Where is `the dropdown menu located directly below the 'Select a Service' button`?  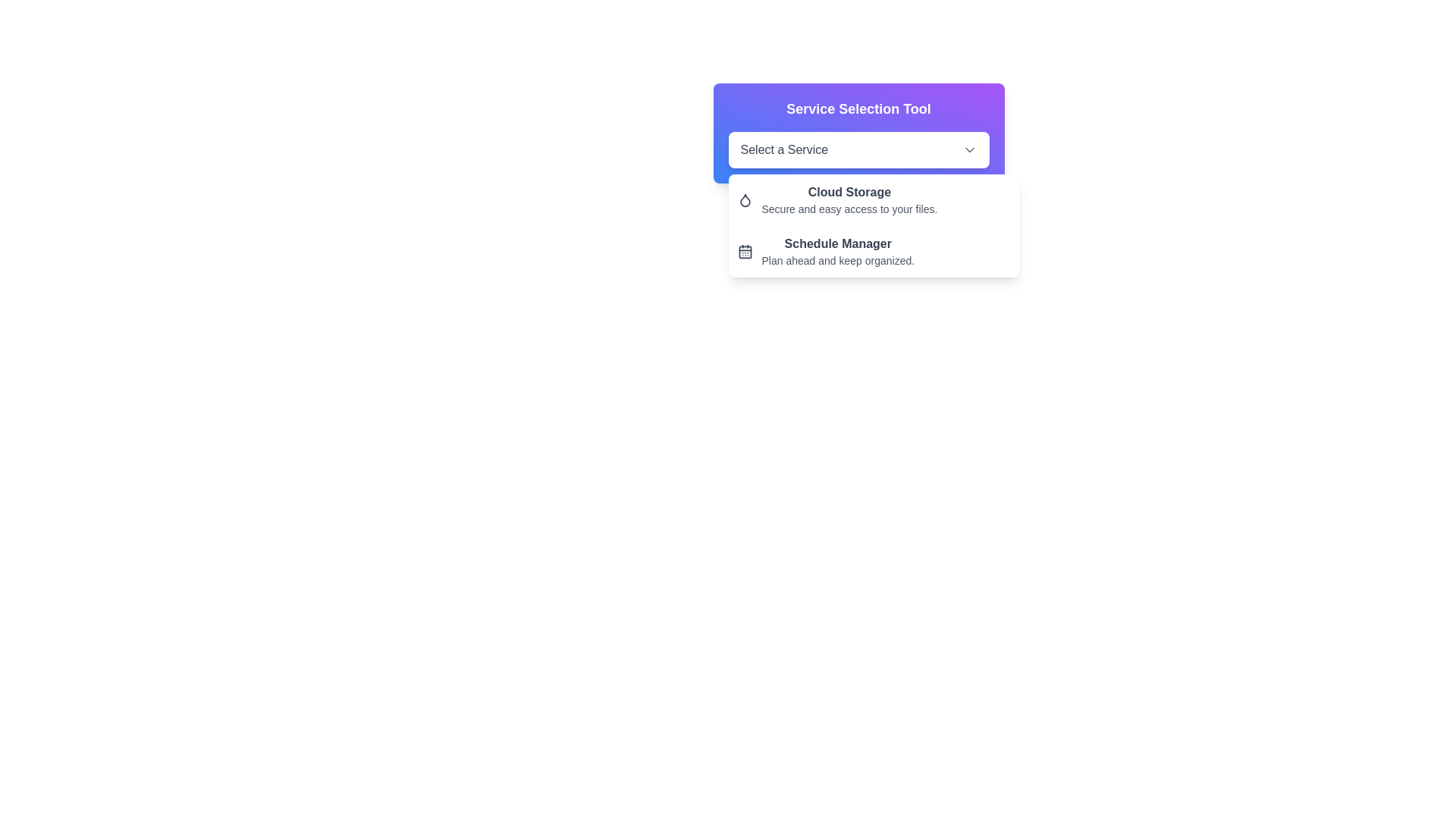
the dropdown menu located directly below the 'Select a Service' button is located at coordinates (874, 225).